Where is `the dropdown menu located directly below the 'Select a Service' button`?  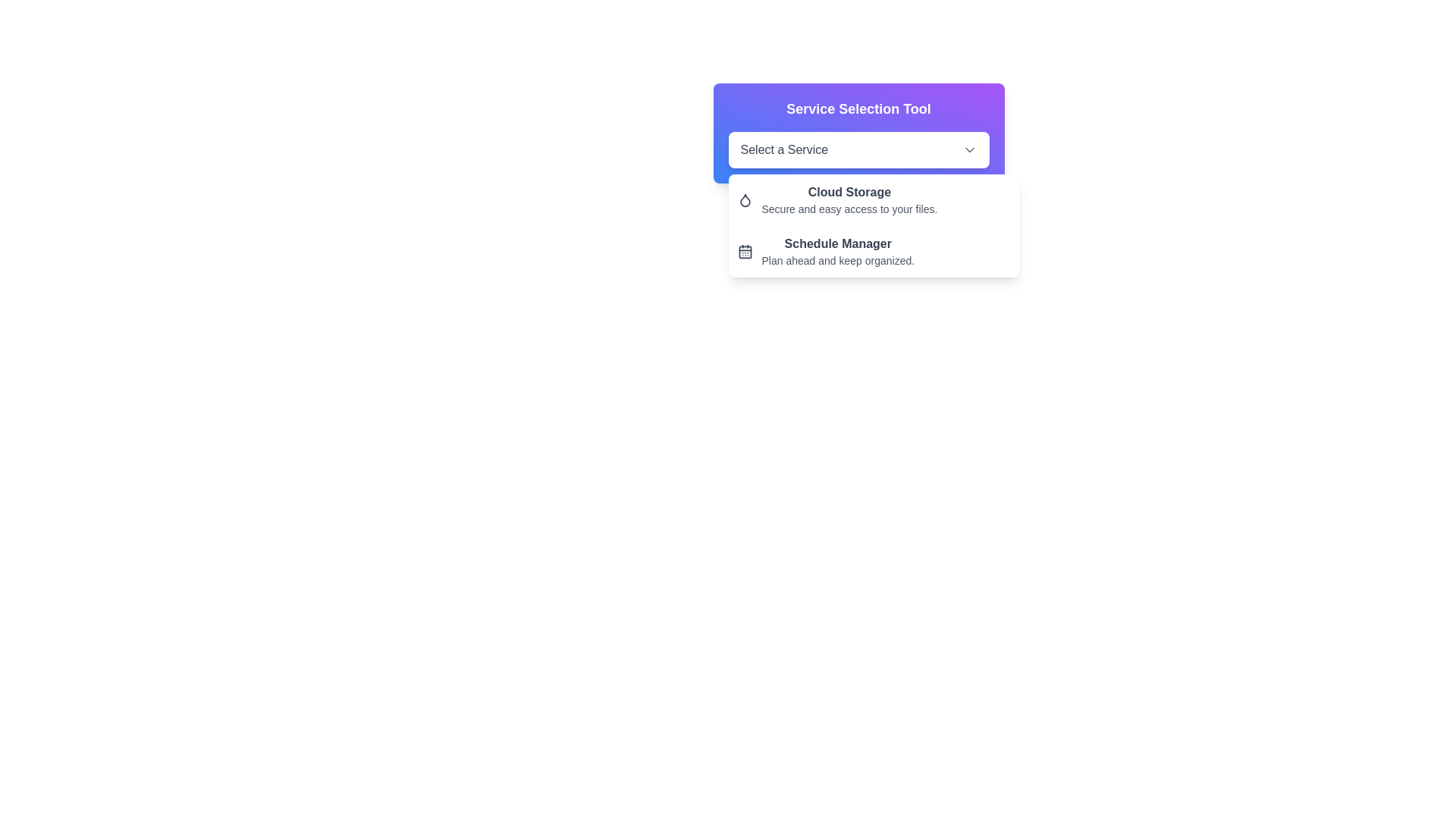
the dropdown menu located directly below the 'Select a Service' button is located at coordinates (874, 225).